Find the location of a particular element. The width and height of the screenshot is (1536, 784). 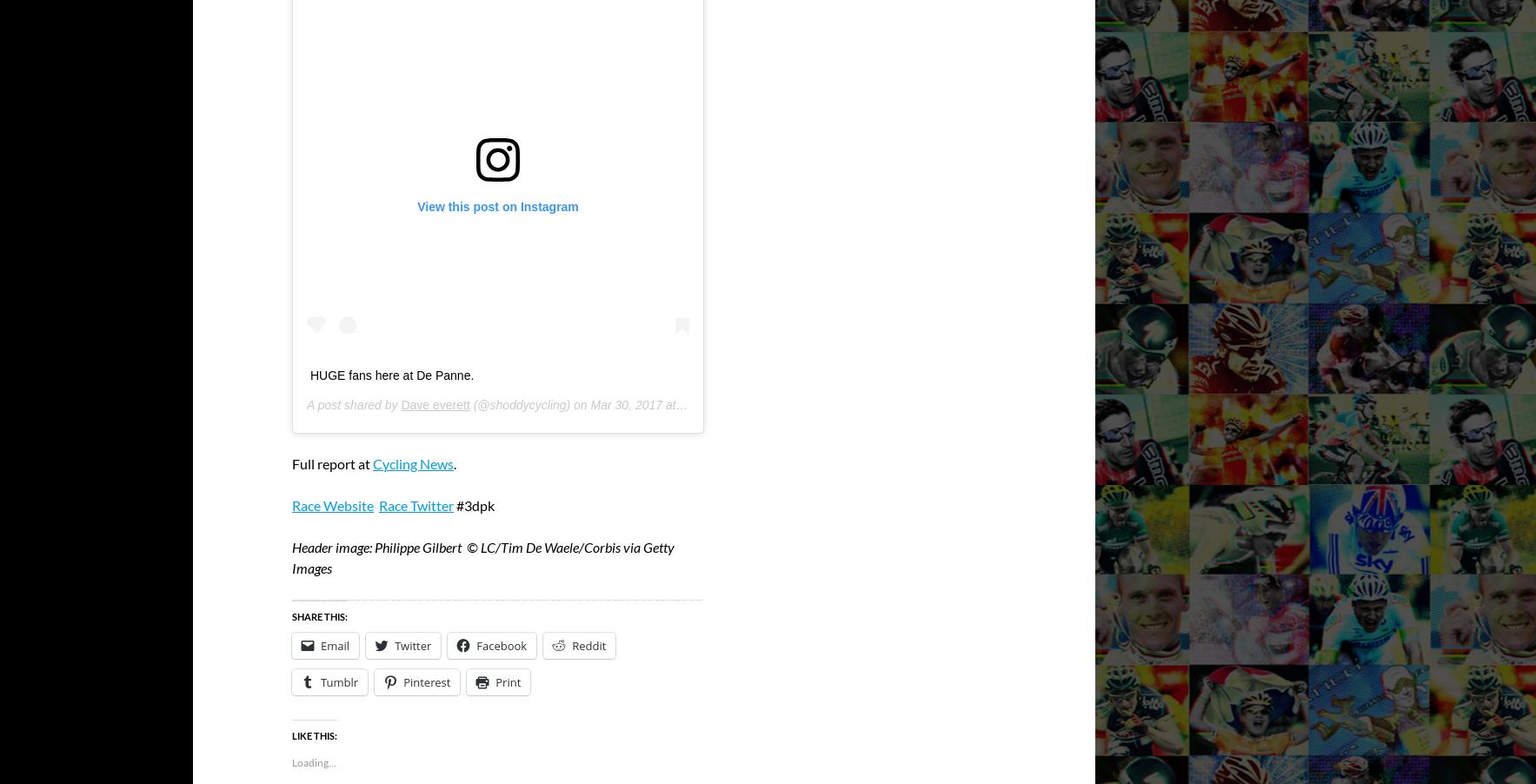

'Header image: Philippe Gilbert  © LC/Tim De Waele/Corbis via Getty Images' is located at coordinates (292, 556).